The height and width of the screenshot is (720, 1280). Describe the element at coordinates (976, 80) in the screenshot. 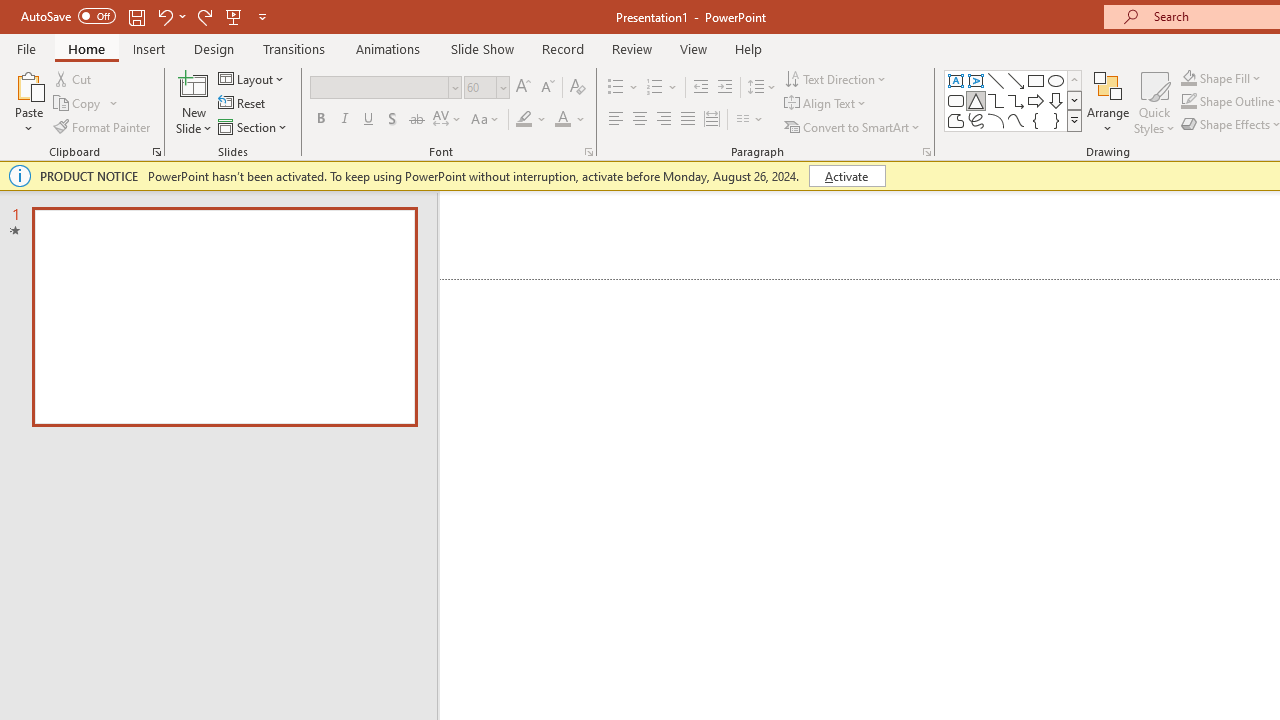

I see `'Vertical Text Box'` at that location.